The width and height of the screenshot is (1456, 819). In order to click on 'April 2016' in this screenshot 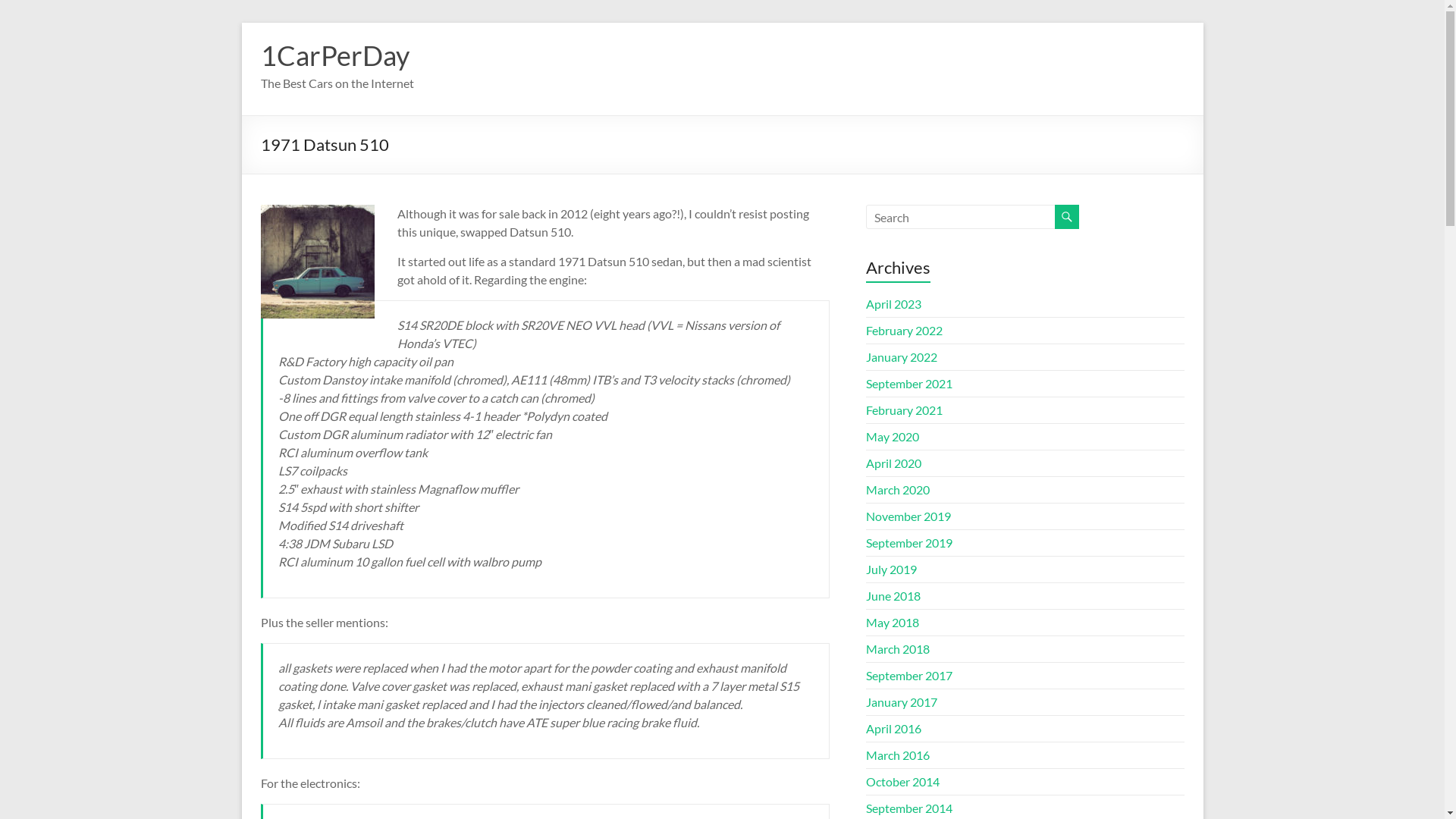, I will do `click(893, 727)`.